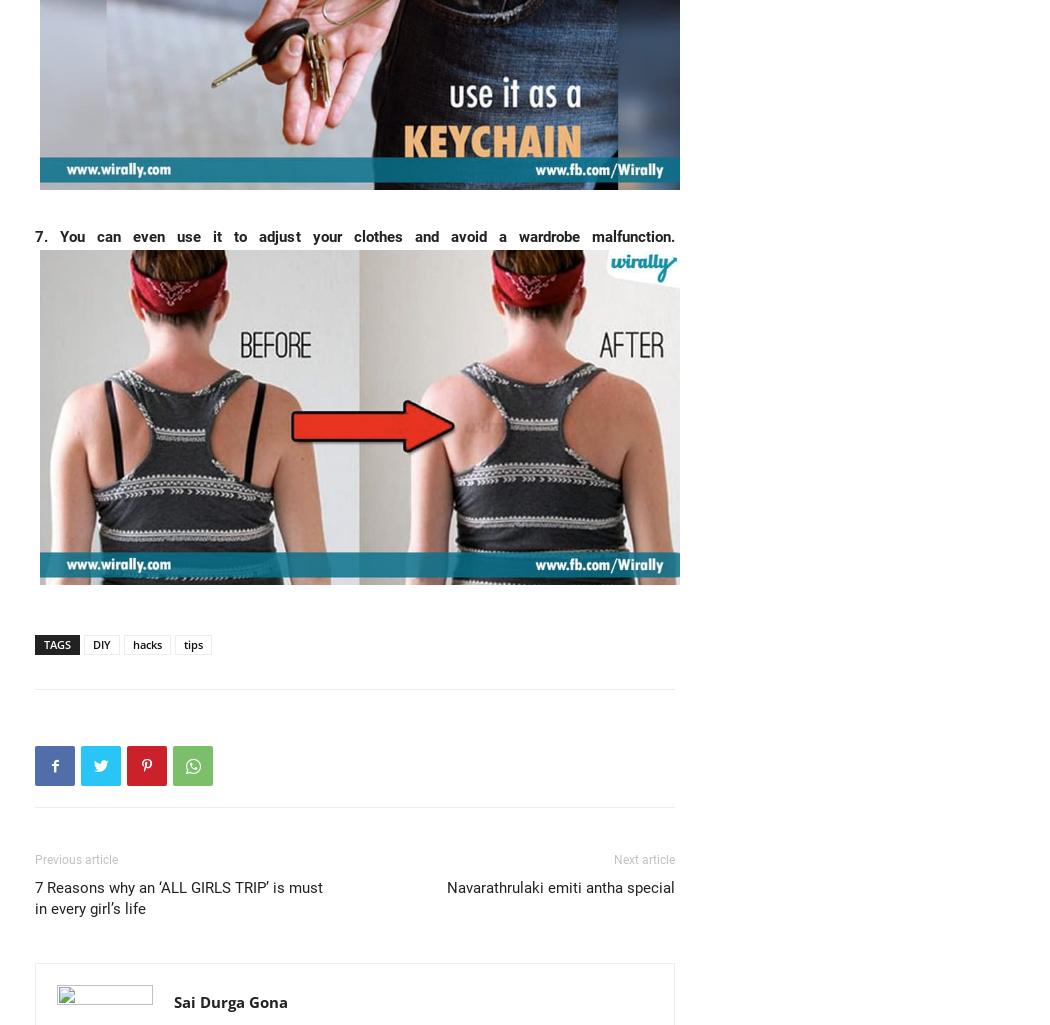  What do you see at coordinates (354, 235) in the screenshot?
I see `'7. You can even use it to adjust your clothes and avoid a wardrobe malfunction.'` at bounding box center [354, 235].